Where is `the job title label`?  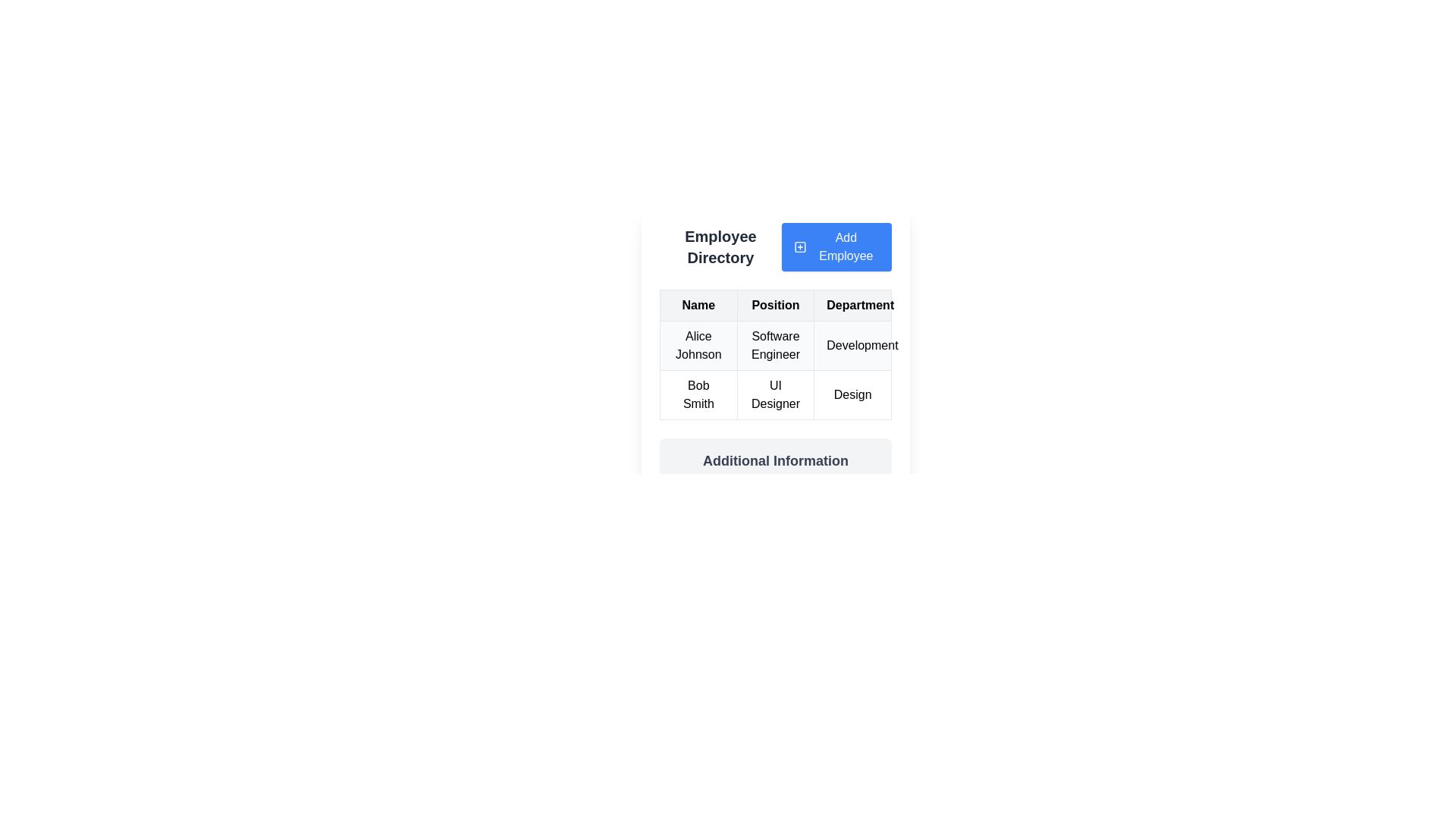 the job title label is located at coordinates (775, 394).